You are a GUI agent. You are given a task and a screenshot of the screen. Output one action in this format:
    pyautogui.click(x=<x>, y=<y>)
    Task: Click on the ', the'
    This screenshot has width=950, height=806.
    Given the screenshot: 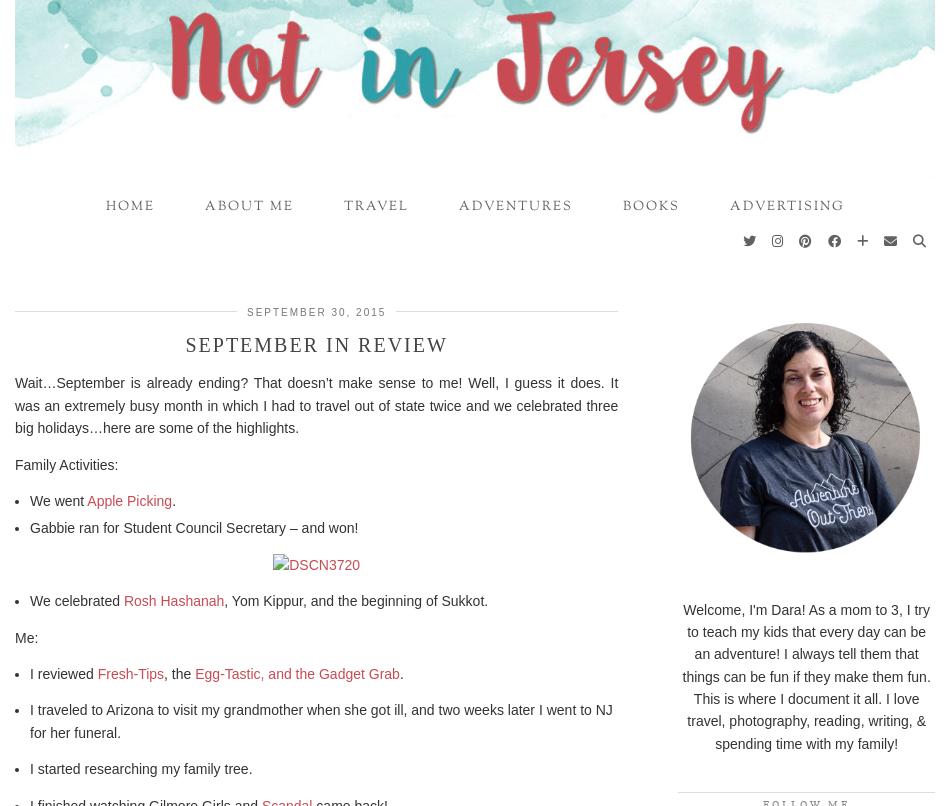 What is the action you would take?
    pyautogui.click(x=179, y=673)
    